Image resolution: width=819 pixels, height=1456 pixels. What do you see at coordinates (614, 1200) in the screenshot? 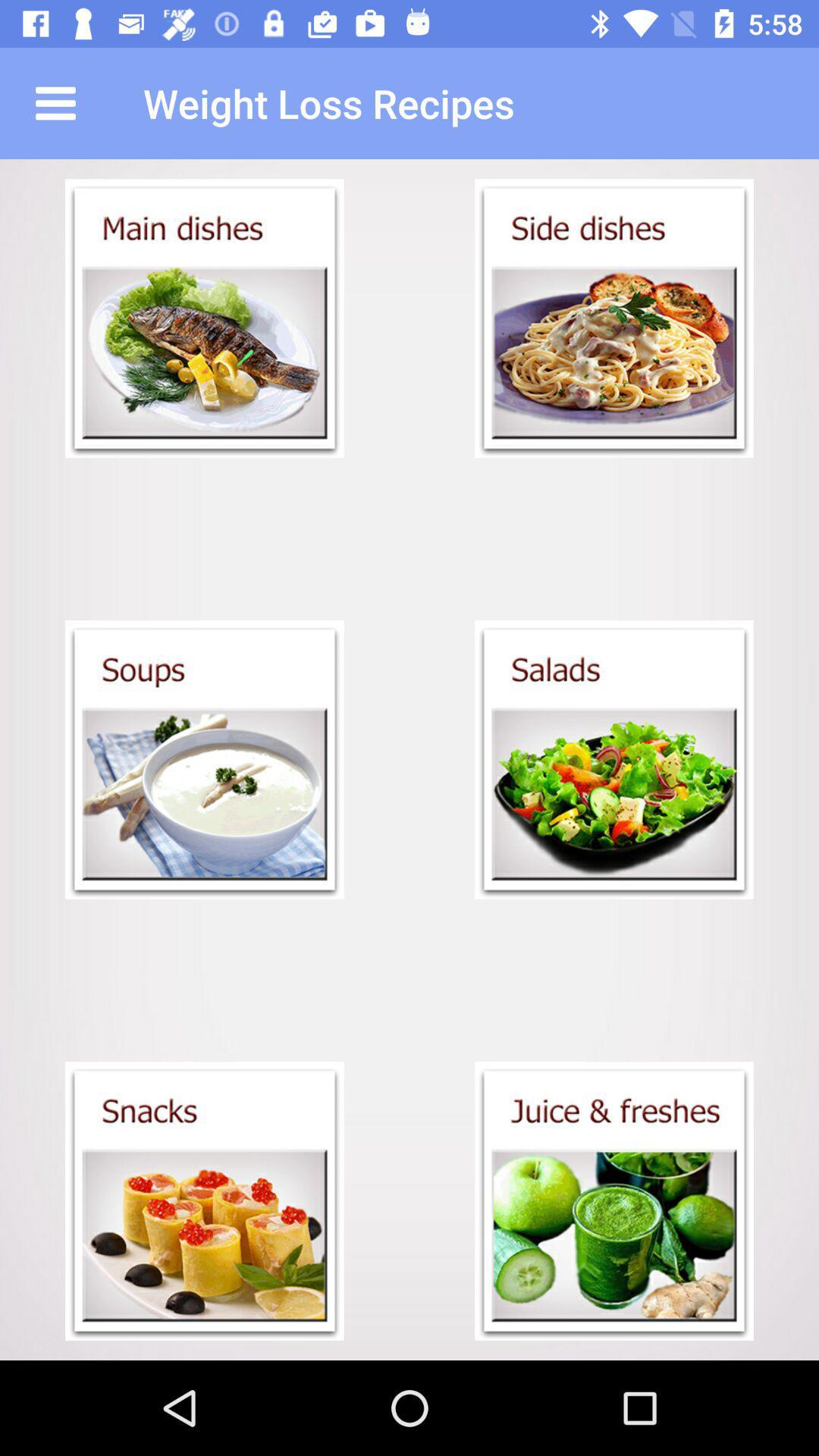
I see `juice freshes recipes` at bounding box center [614, 1200].